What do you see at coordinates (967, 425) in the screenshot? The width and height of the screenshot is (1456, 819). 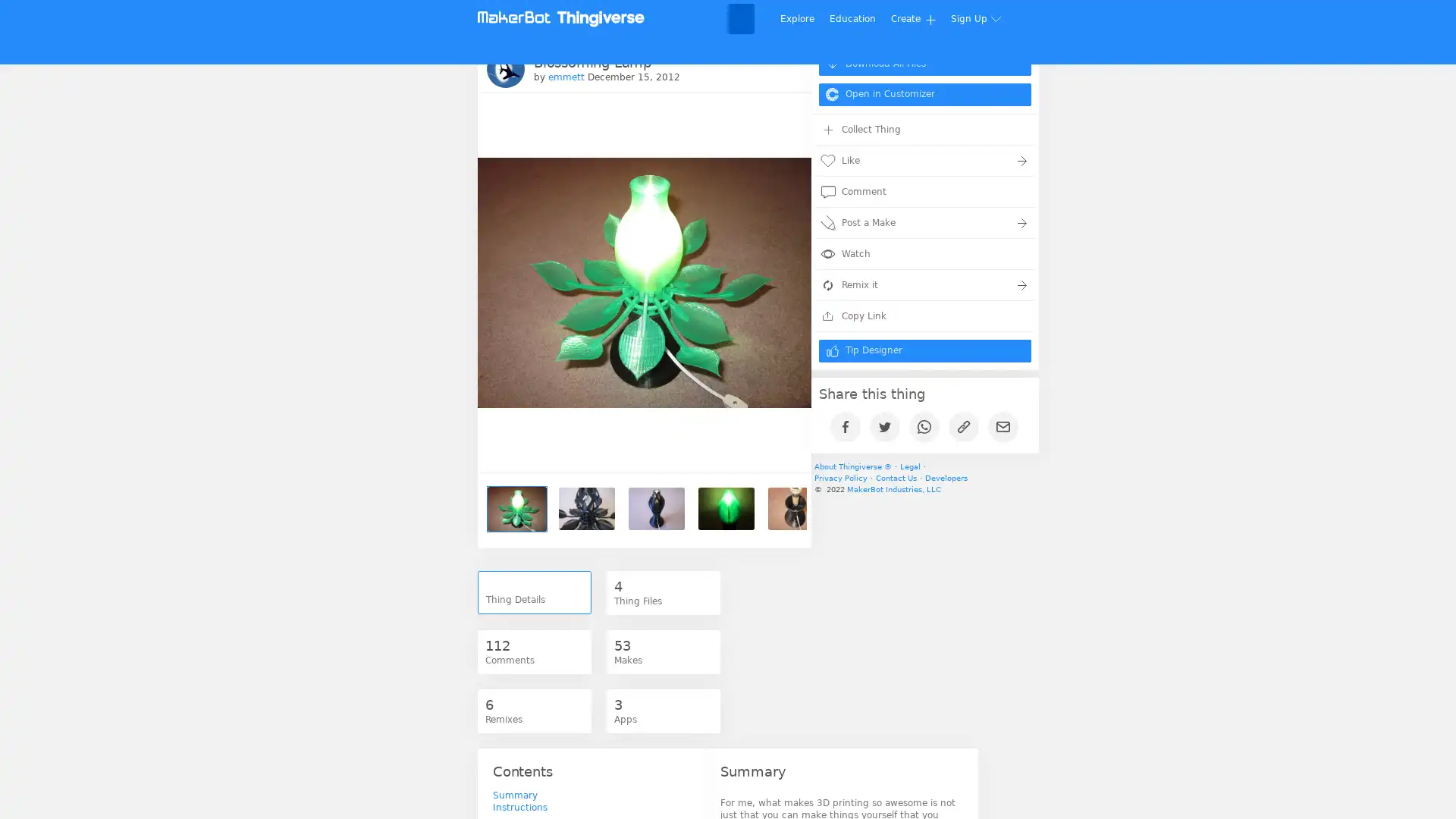 I see `copy` at bounding box center [967, 425].